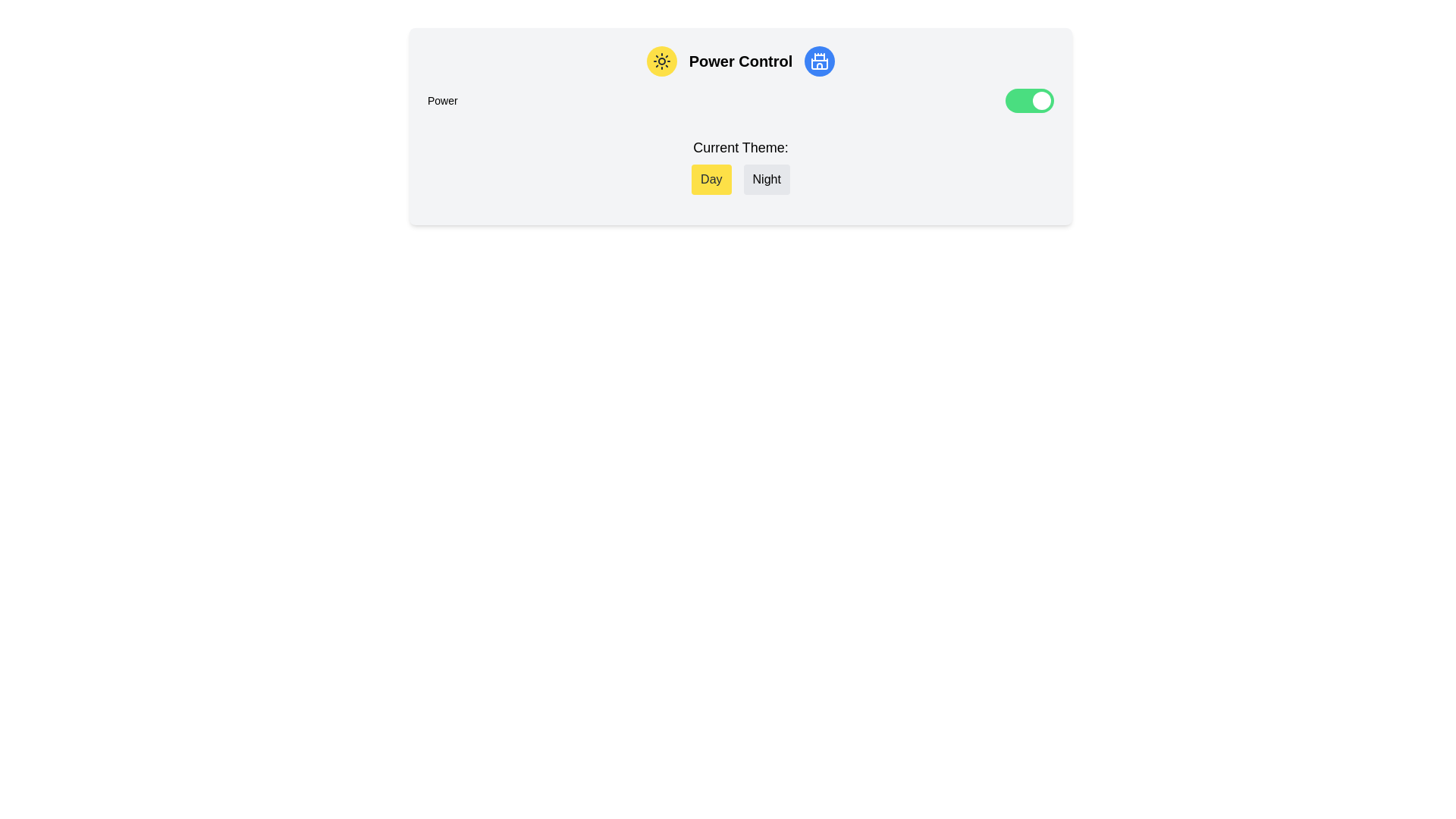  What do you see at coordinates (1030, 100) in the screenshot?
I see `the green toggle switch with a white circular knob located` at bounding box center [1030, 100].